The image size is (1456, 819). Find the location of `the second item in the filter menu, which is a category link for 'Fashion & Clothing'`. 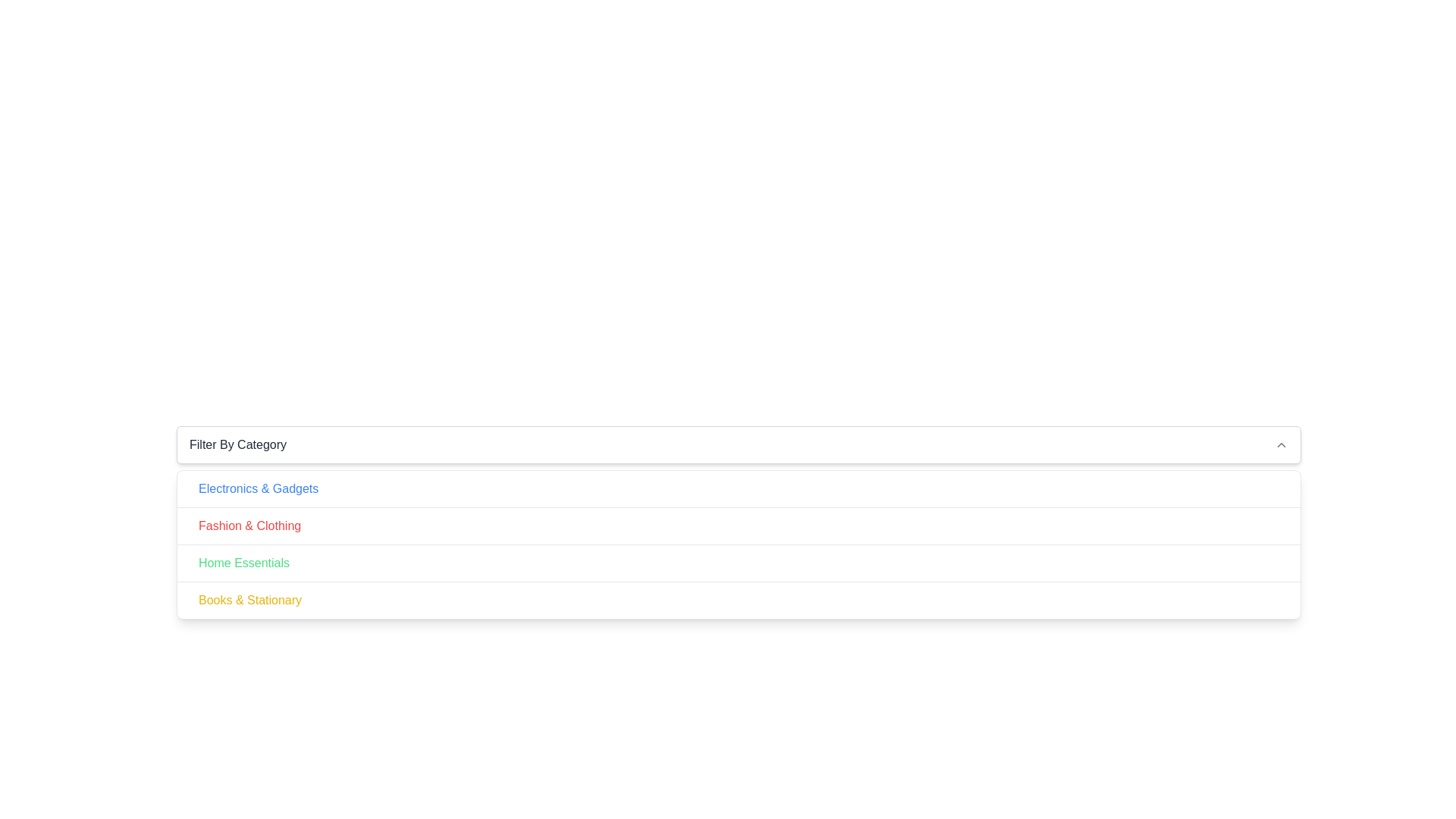

the second item in the filter menu, which is a category link for 'Fashion & Clothing' is located at coordinates (739, 525).